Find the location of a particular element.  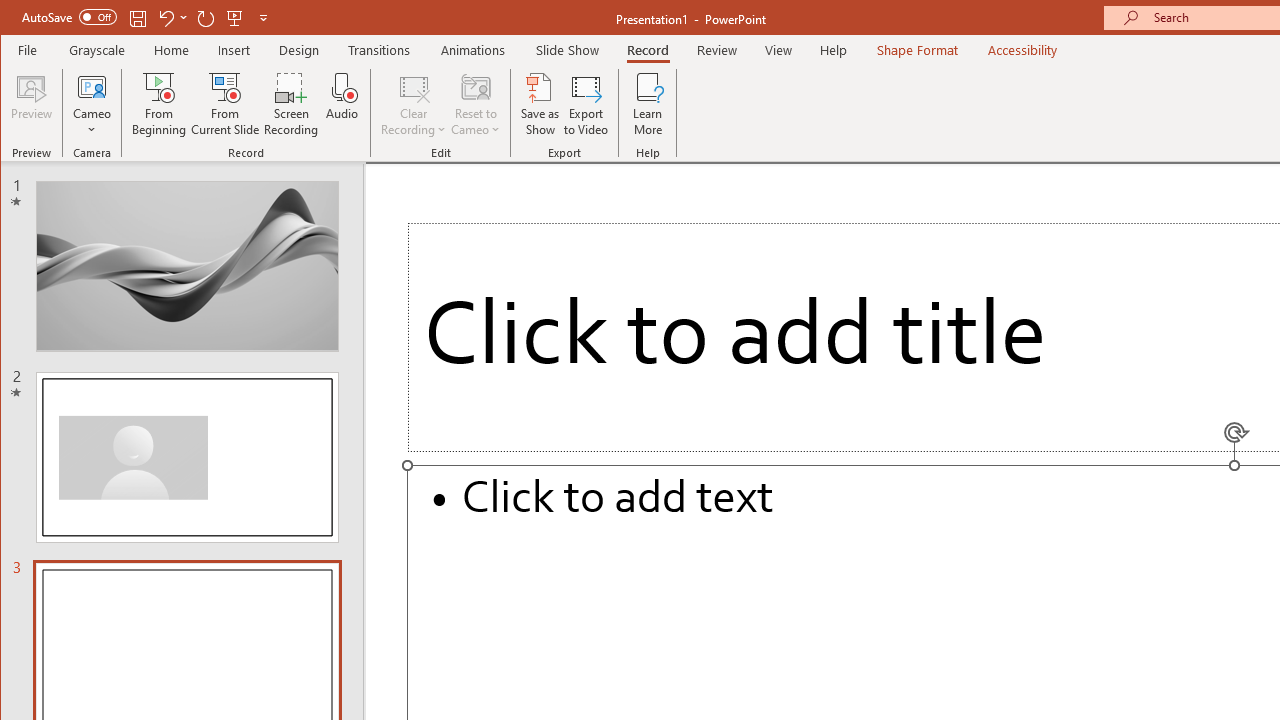

'Design' is located at coordinates (298, 49).